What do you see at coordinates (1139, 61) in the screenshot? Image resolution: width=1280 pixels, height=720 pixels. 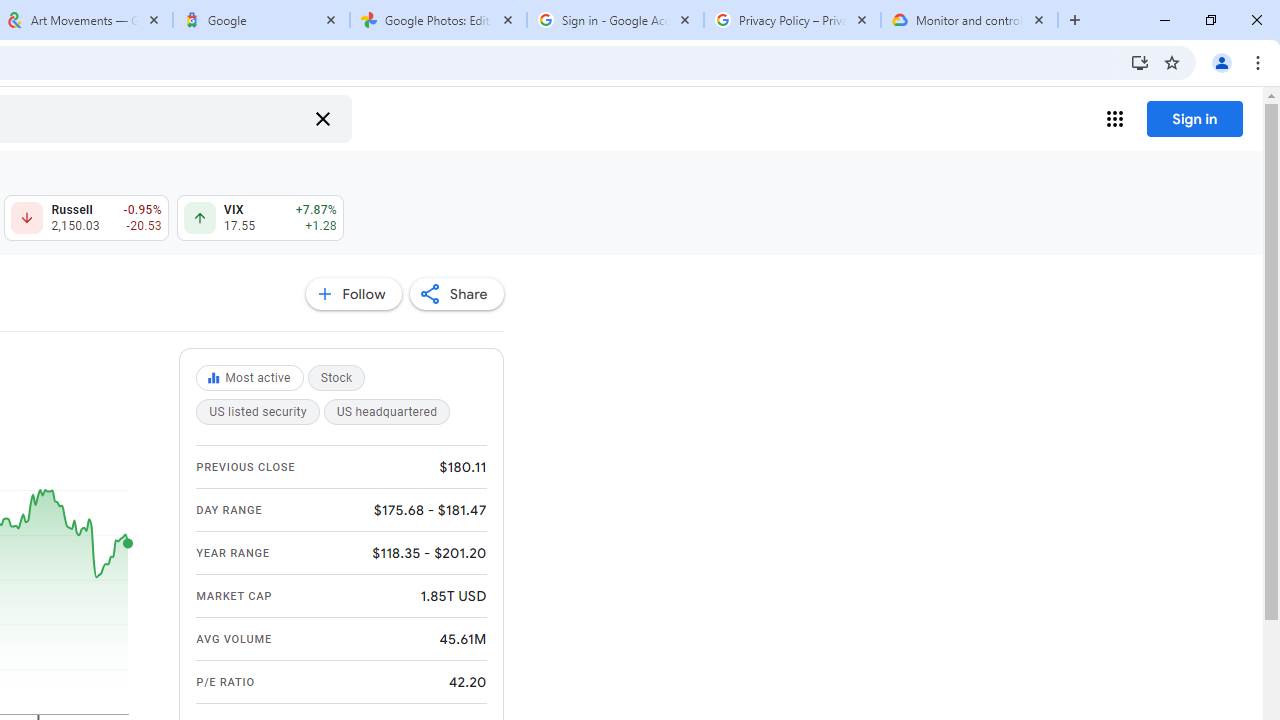 I see `'Install Google Finance'` at bounding box center [1139, 61].